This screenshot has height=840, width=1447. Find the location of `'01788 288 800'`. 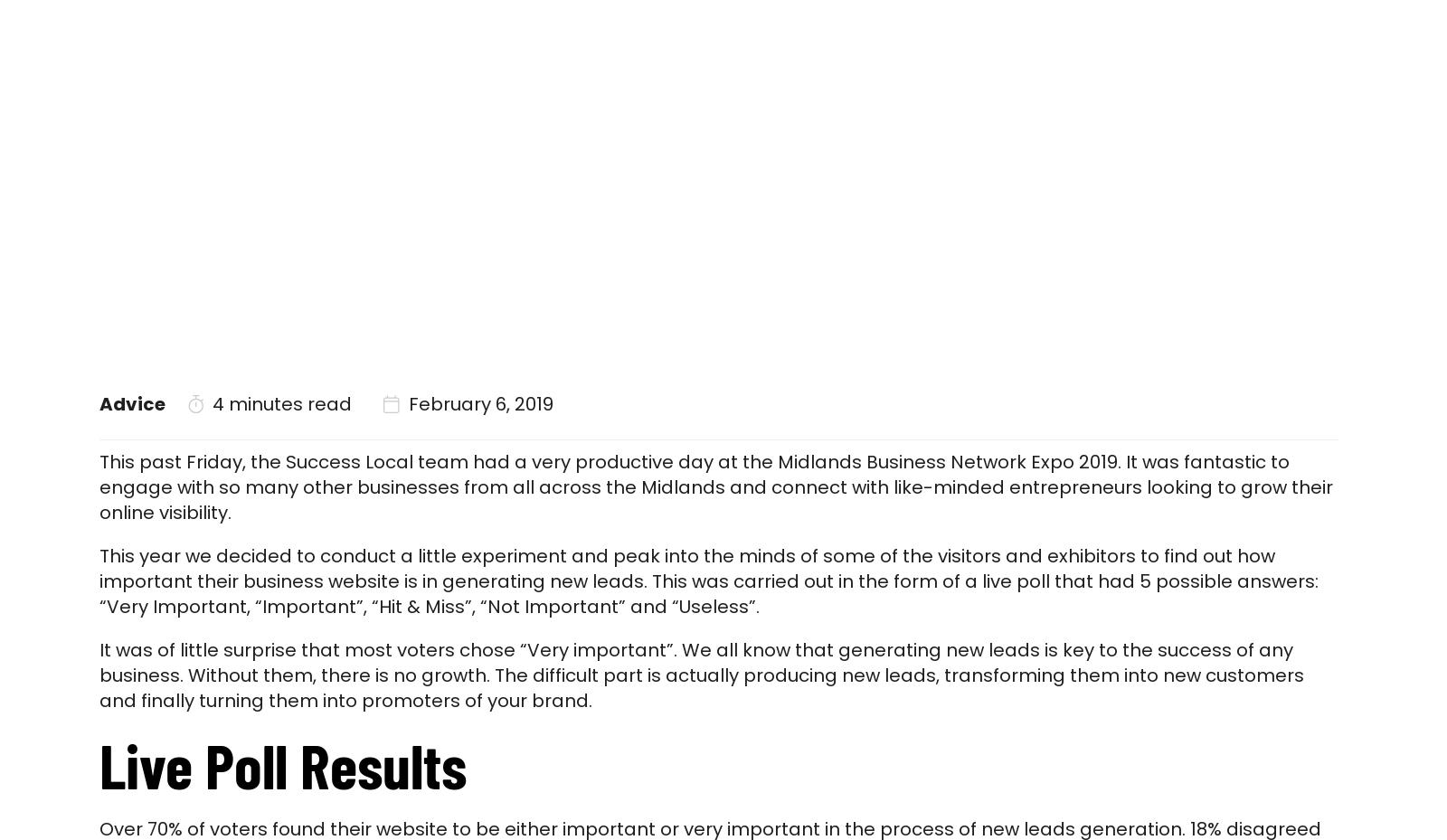

'01788 288 800' is located at coordinates (1295, 12).